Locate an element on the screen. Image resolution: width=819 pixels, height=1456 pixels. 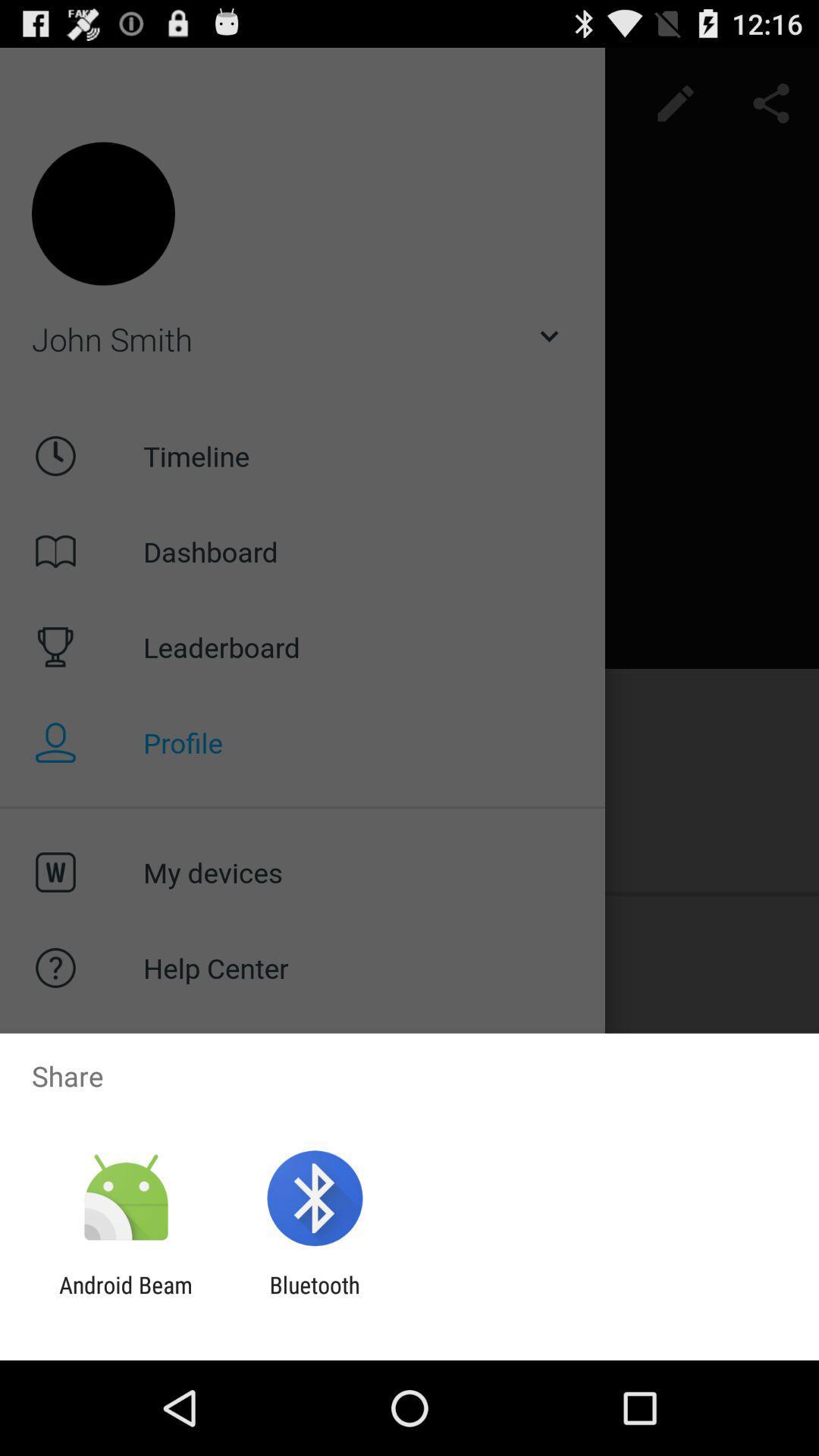
the icon to the left of bluetooth is located at coordinates (125, 1298).